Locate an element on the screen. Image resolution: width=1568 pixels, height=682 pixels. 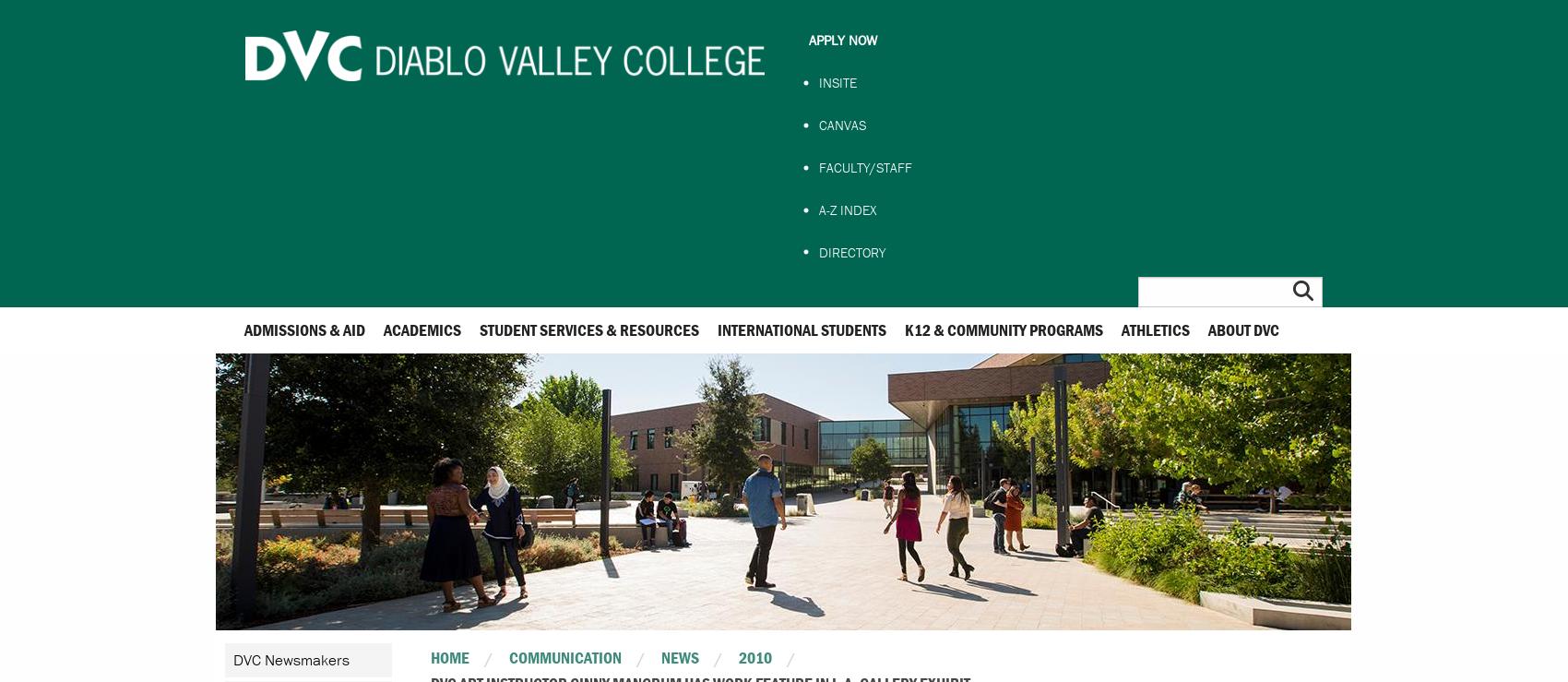
'Communication' is located at coordinates (564, 656).